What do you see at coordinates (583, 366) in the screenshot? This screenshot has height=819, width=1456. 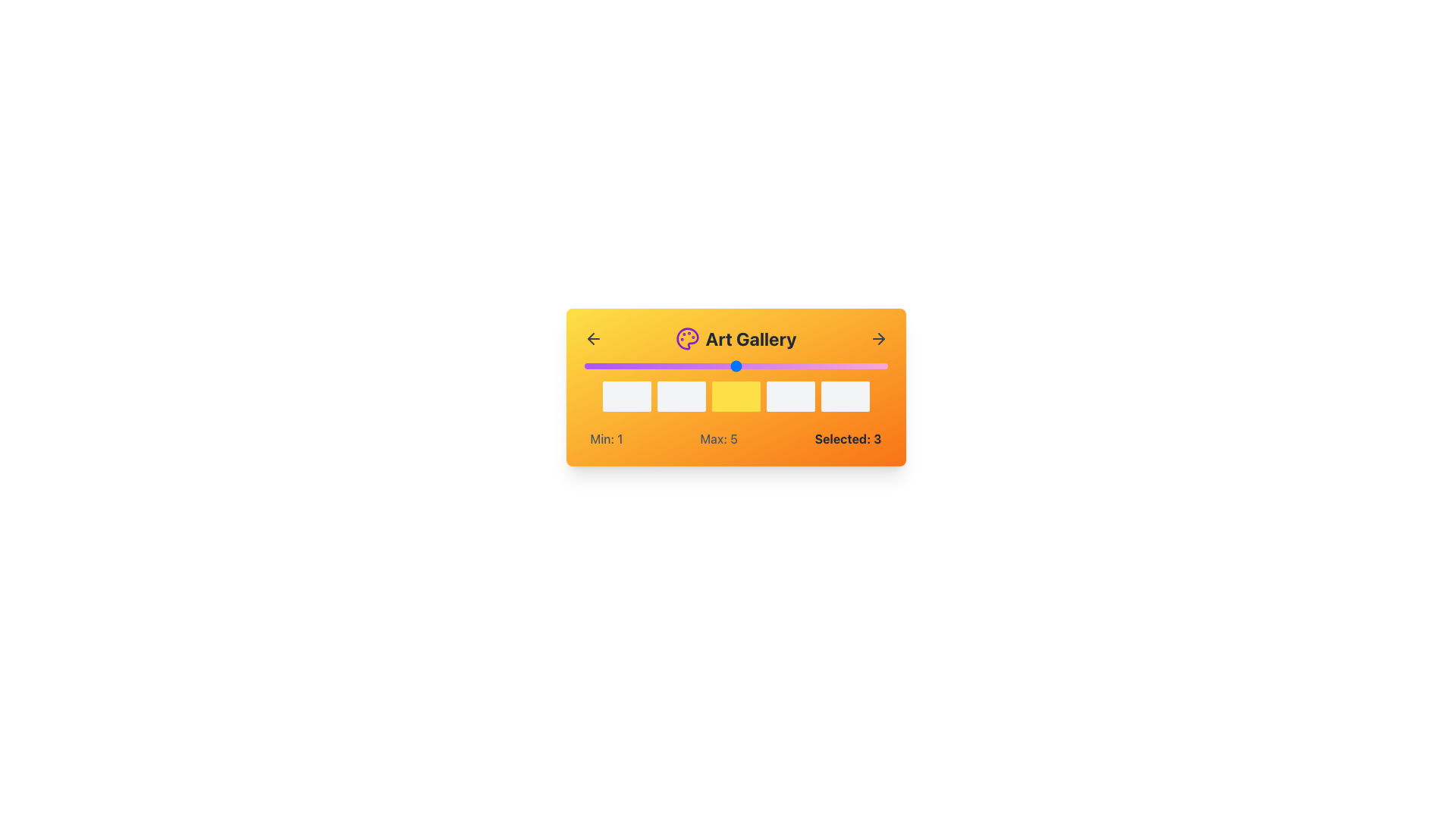 I see `the slider` at bounding box center [583, 366].